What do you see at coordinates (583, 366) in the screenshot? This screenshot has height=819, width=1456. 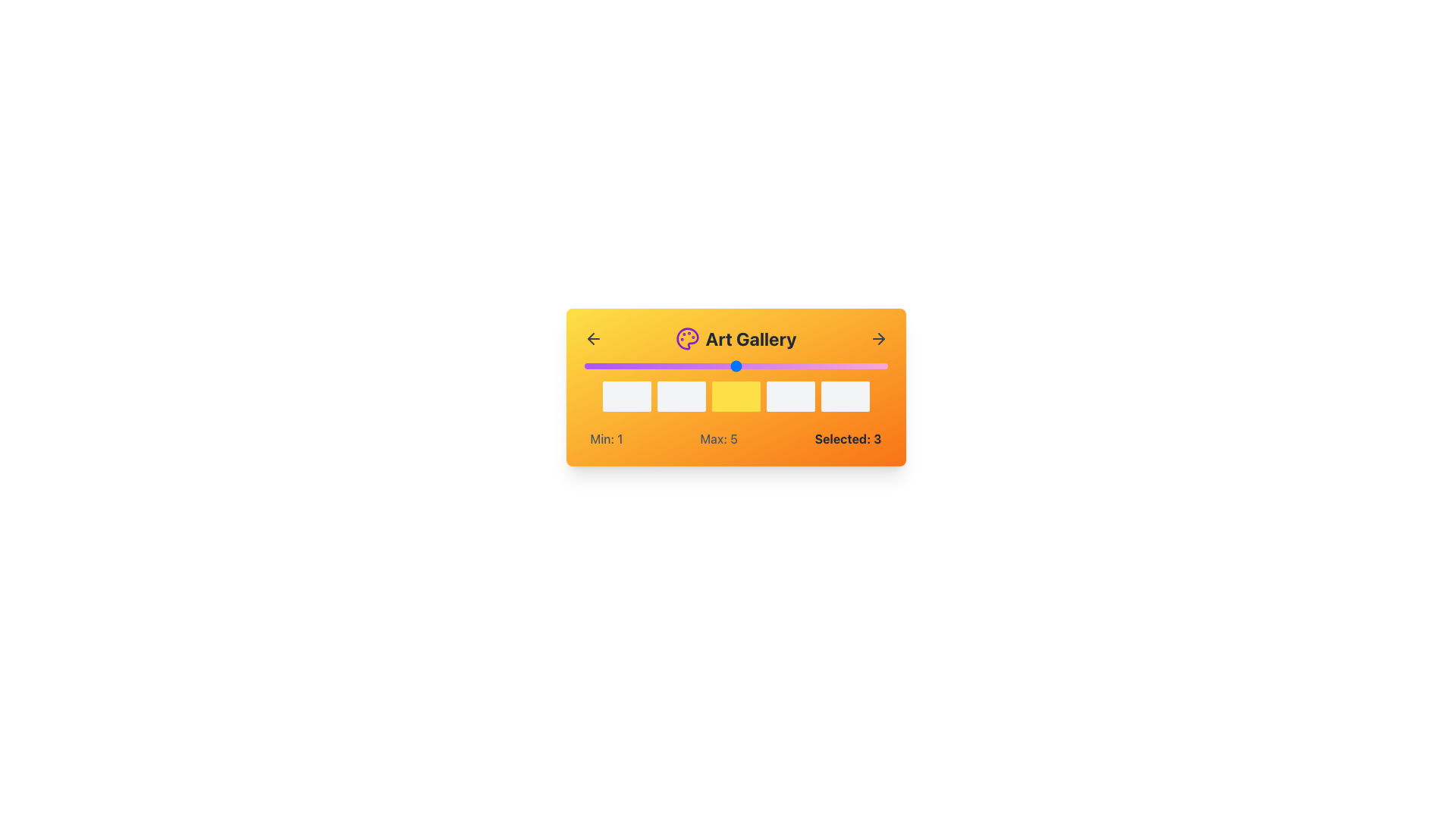 I see `the slider` at bounding box center [583, 366].